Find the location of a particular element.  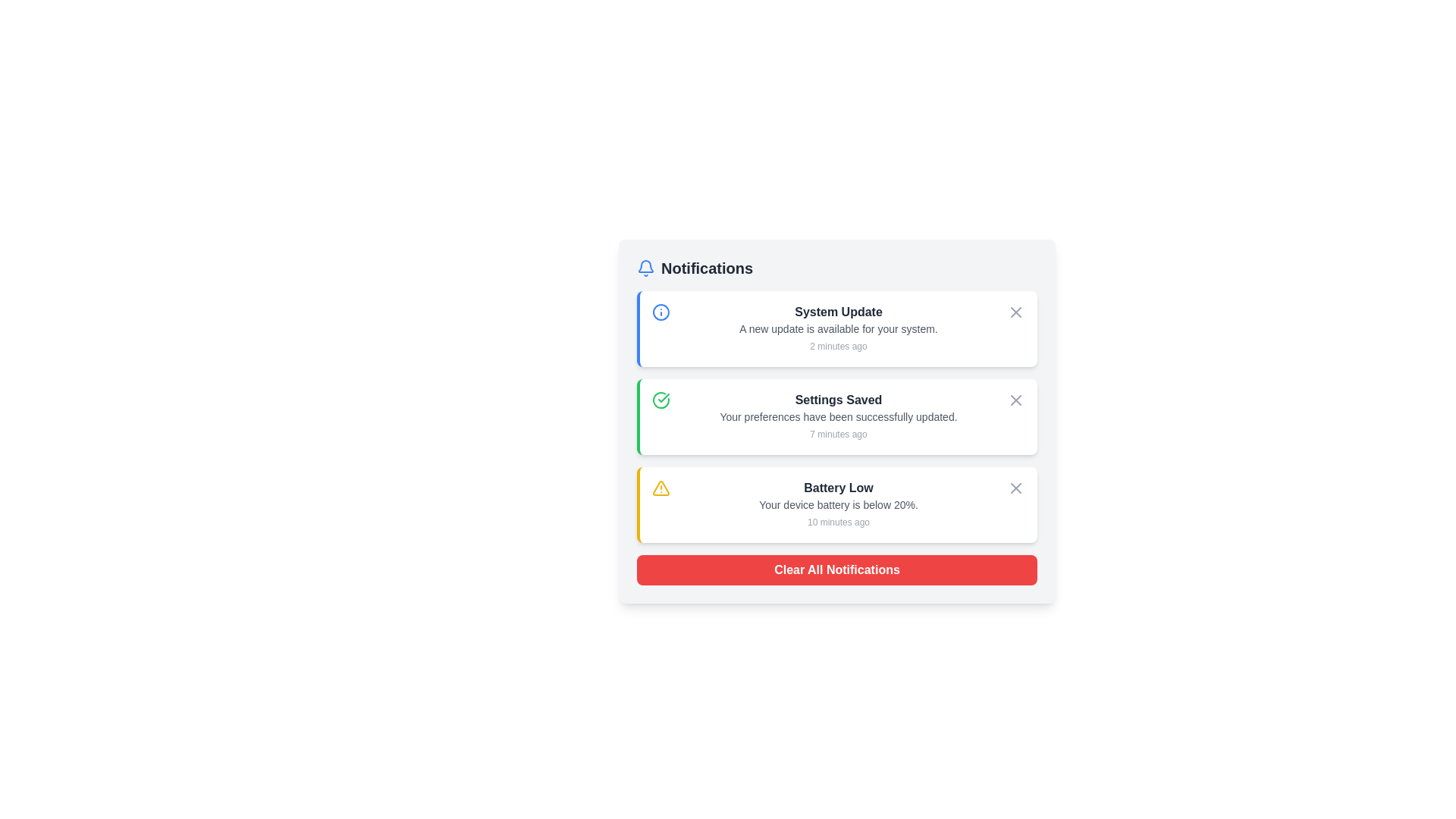

the close button located at the top-right corner of the 'System Update' notification block is located at coordinates (1015, 312).